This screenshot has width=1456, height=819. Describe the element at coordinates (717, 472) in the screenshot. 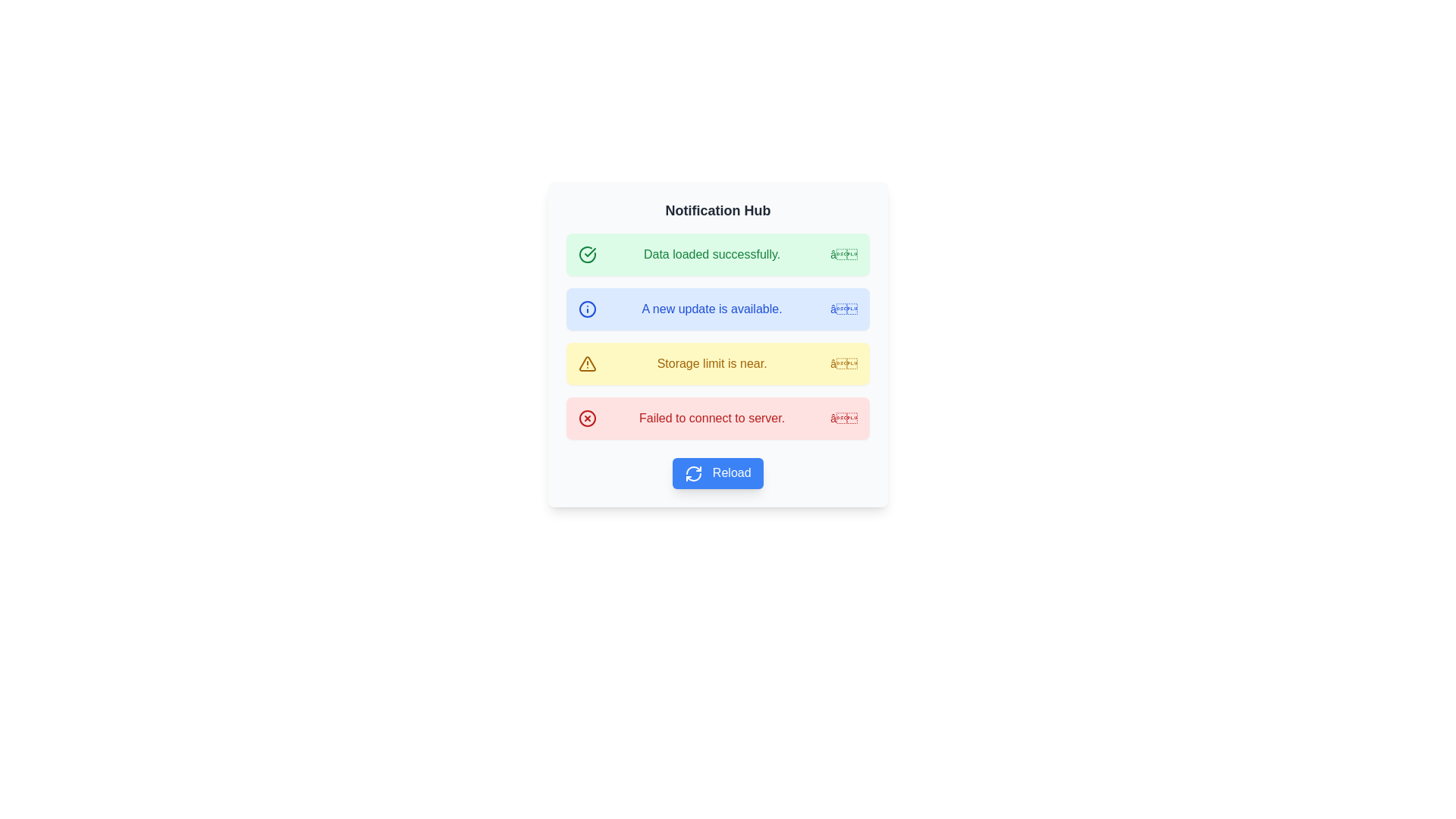

I see `the reload button located centrally below the list of notification items to activate the hover style change` at that location.